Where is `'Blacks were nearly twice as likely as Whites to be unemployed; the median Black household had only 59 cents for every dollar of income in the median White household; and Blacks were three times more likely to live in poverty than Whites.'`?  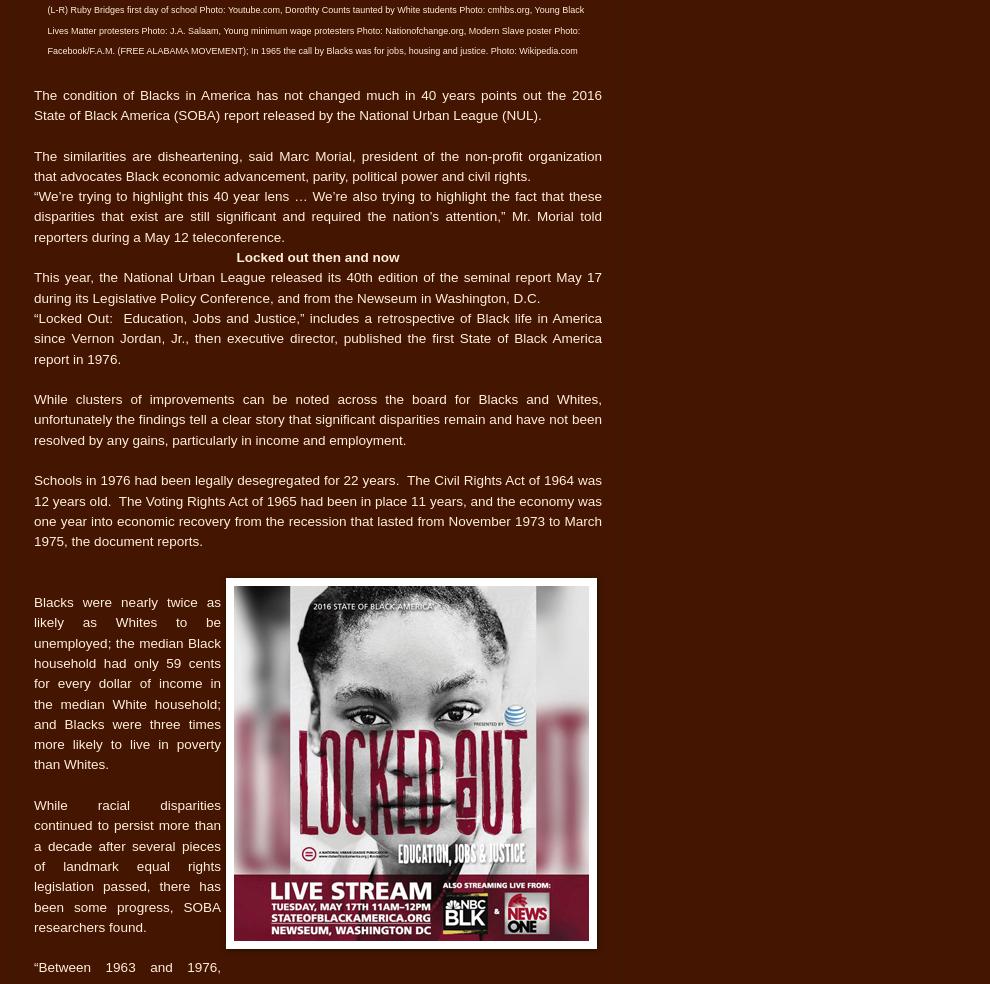
'Blacks were nearly twice as likely as Whites to be unemployed; the median Black household had only 59 cents for every dollar of income in the median White household; and Blacks were three times more likely to live in poverty than Whites.' is located at coordinates (126, 683).